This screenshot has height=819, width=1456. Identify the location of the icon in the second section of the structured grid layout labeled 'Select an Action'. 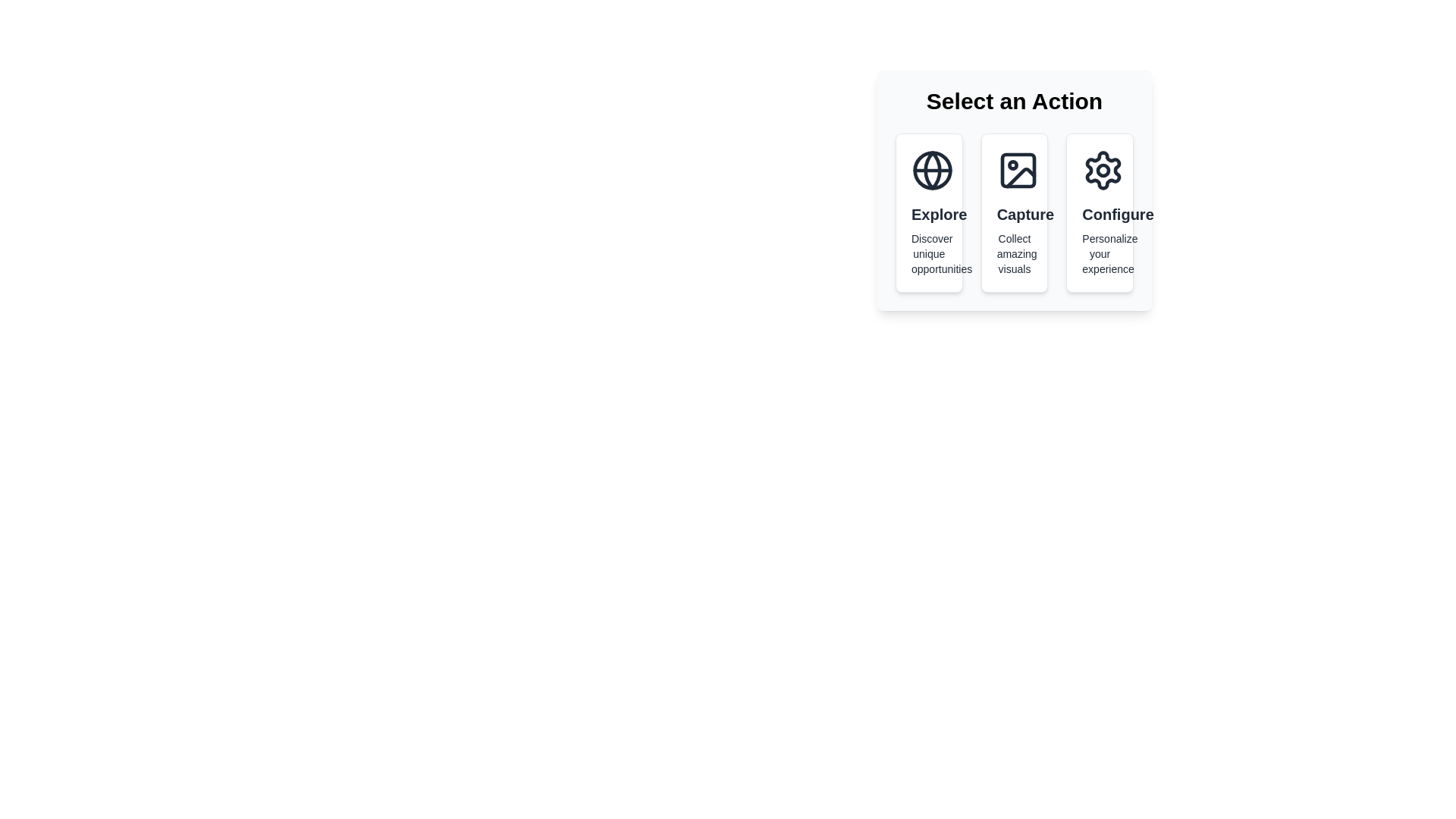
(1015, 213).